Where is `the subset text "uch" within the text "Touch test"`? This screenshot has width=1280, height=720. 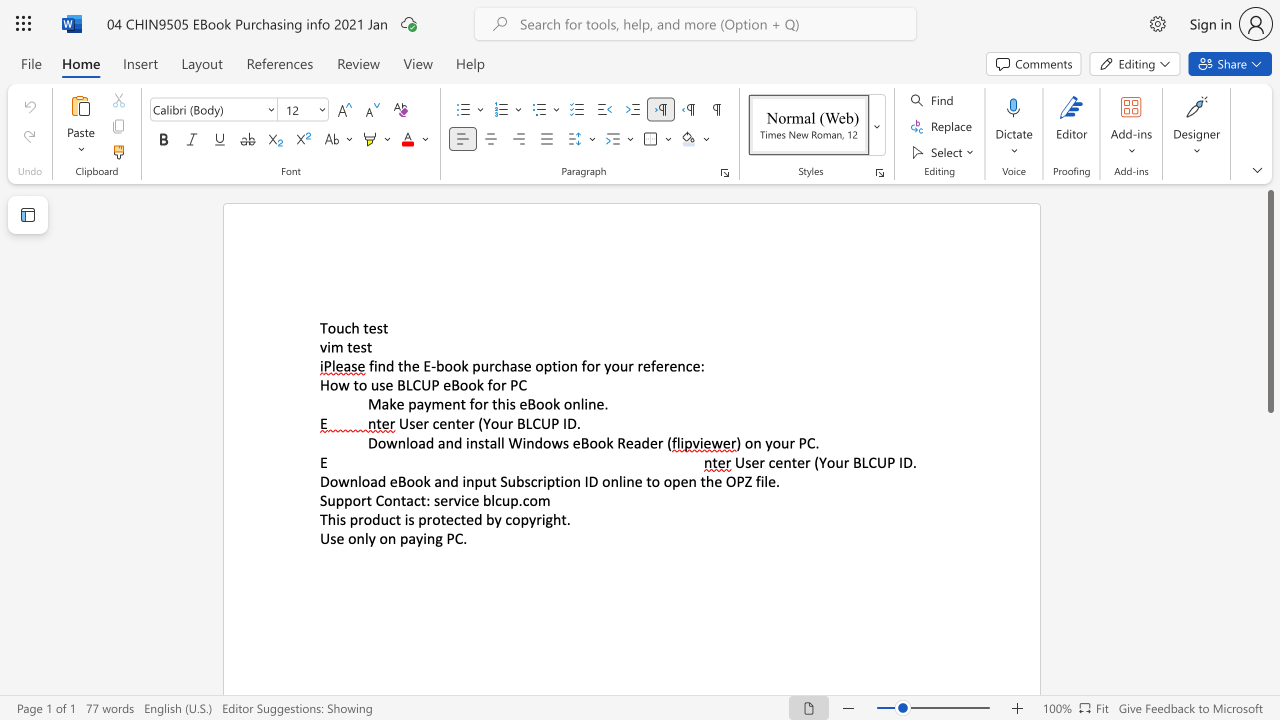
the subset text "uch" within the text "Touch test" is located at coordinates (336, 327).